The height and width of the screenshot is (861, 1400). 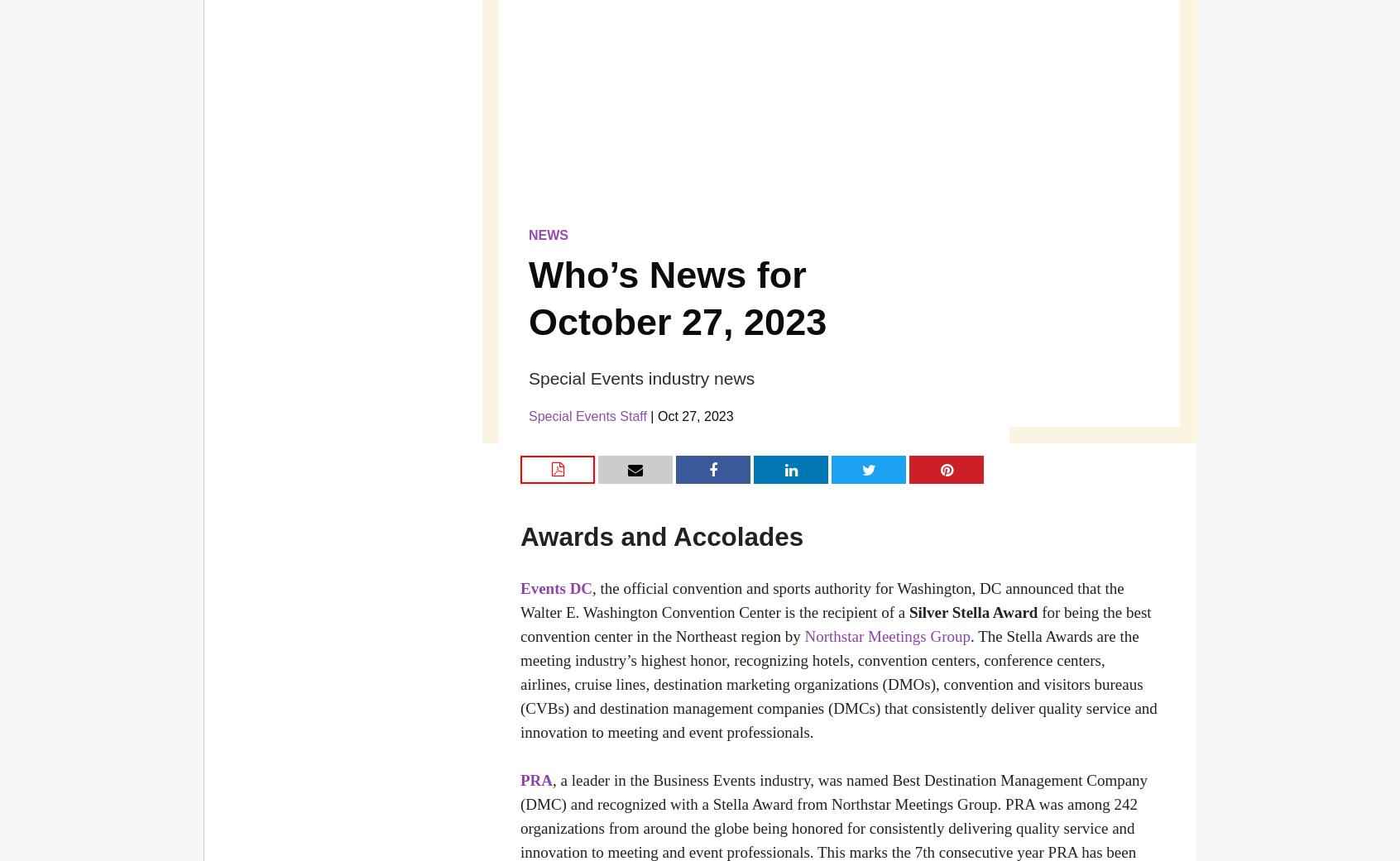 What do you see at coordinates (556, 587) in the screenshot?
I see `'Events DC'` at bounding box center [556, 587].